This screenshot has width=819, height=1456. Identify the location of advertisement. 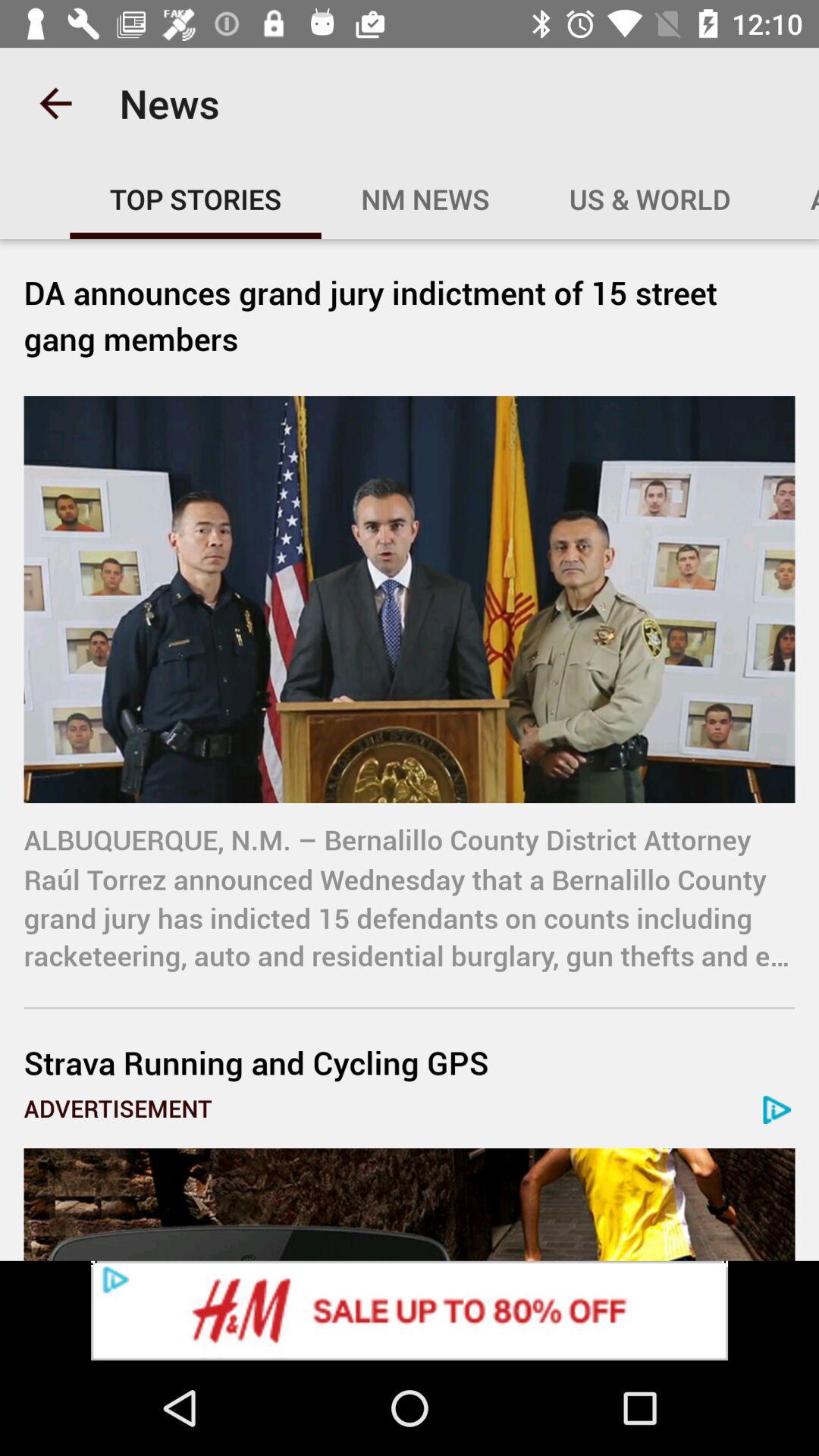
(409, 1310).